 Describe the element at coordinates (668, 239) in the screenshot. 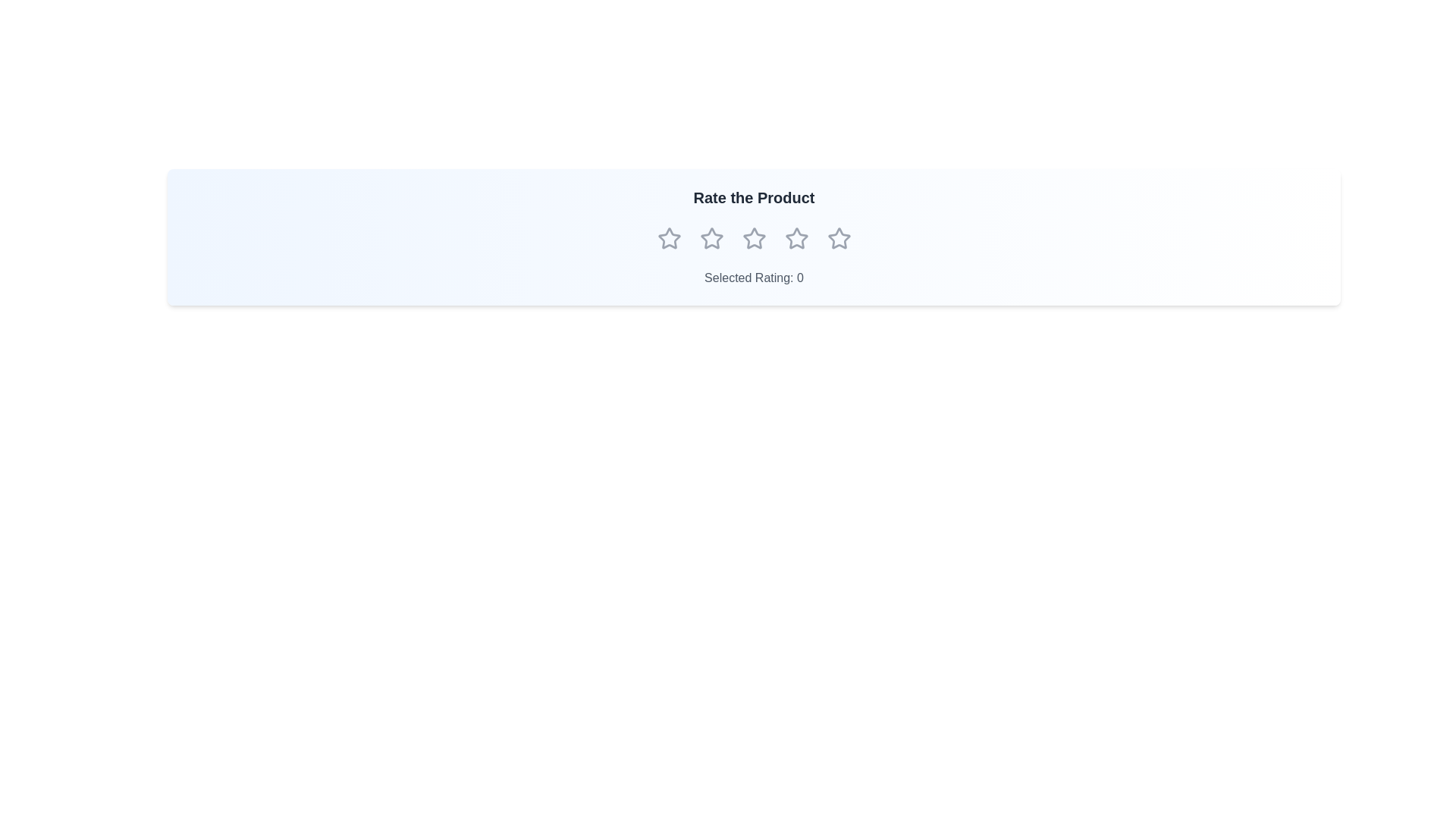

I see `the first star icon in the 'Rate the Product' section to give a rating of 1 out of 5` at that location.